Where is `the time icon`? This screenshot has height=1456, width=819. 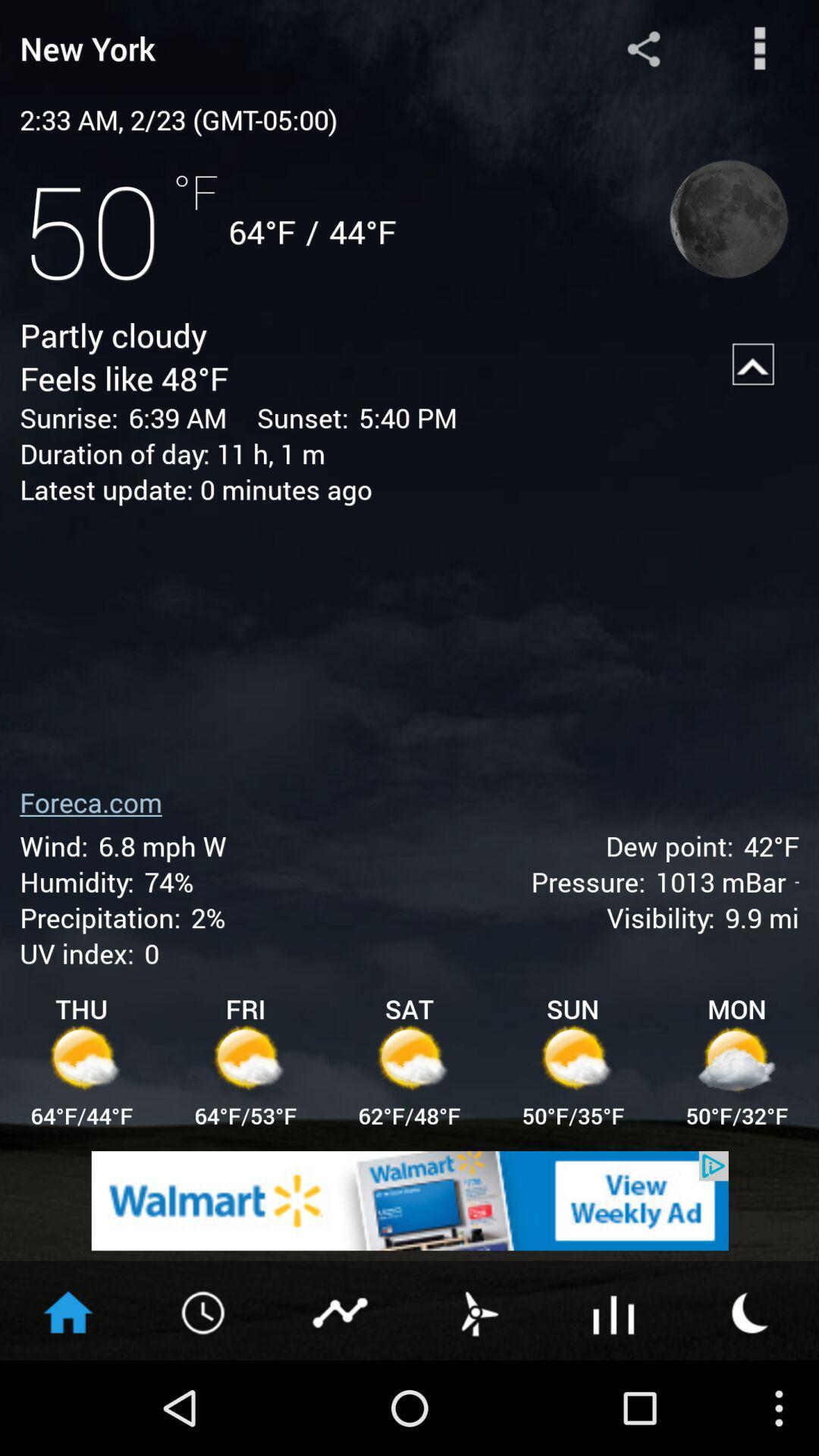 the time icon is located at coordinates (205, 1402).